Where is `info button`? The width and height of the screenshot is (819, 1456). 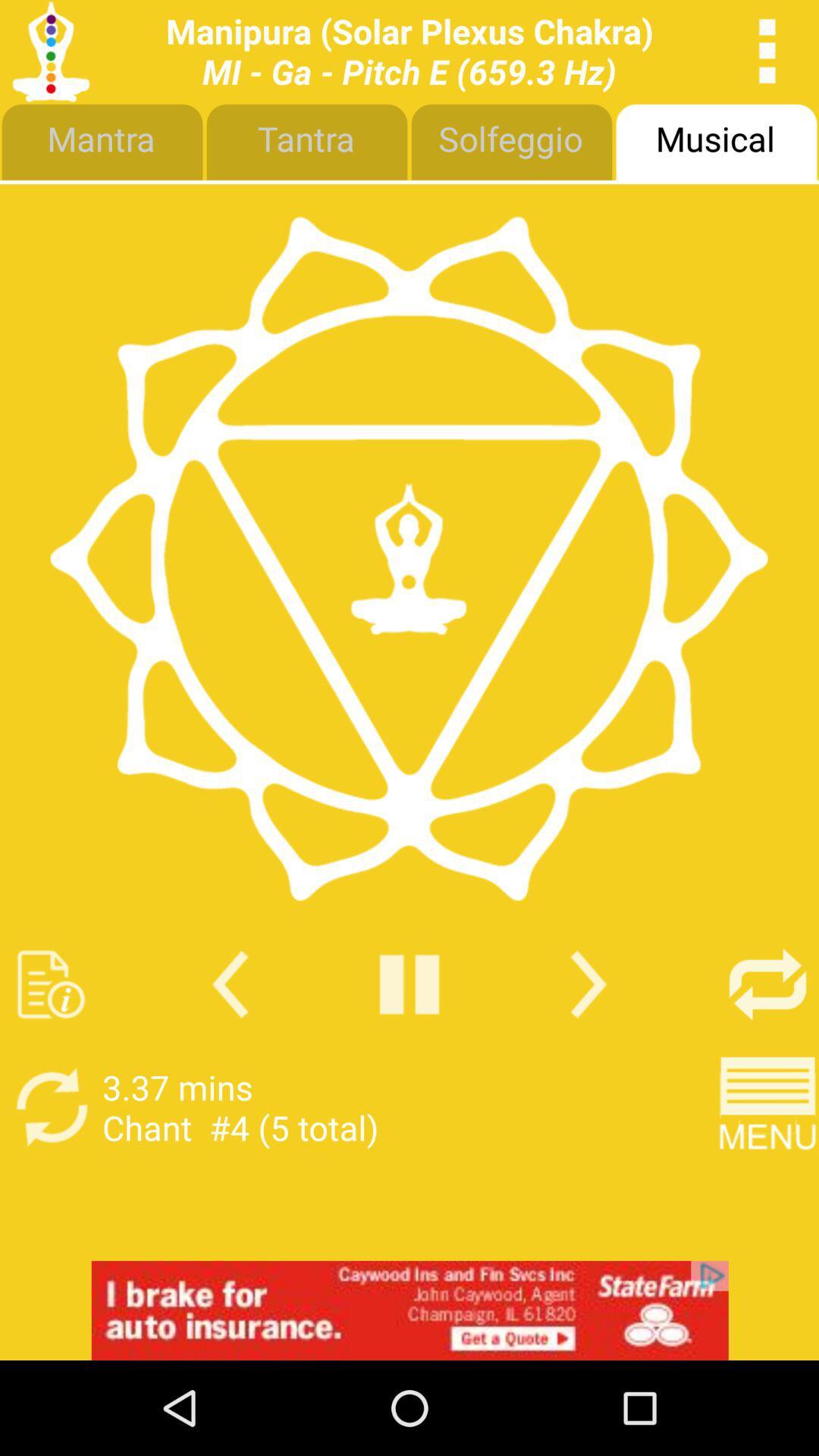
info button is located at coordinates (50, 984).